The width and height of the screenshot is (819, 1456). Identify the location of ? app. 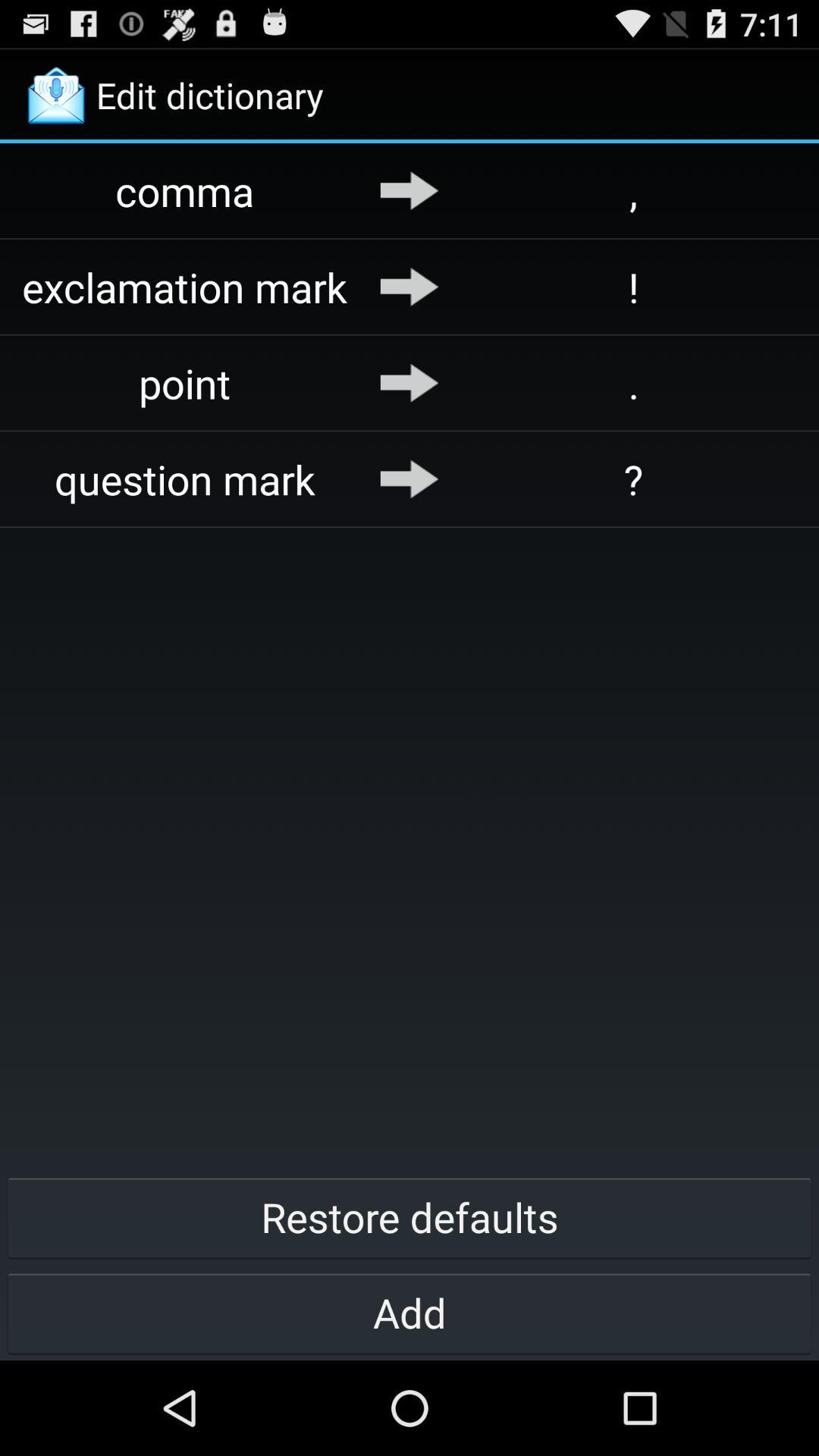
(633, 478).